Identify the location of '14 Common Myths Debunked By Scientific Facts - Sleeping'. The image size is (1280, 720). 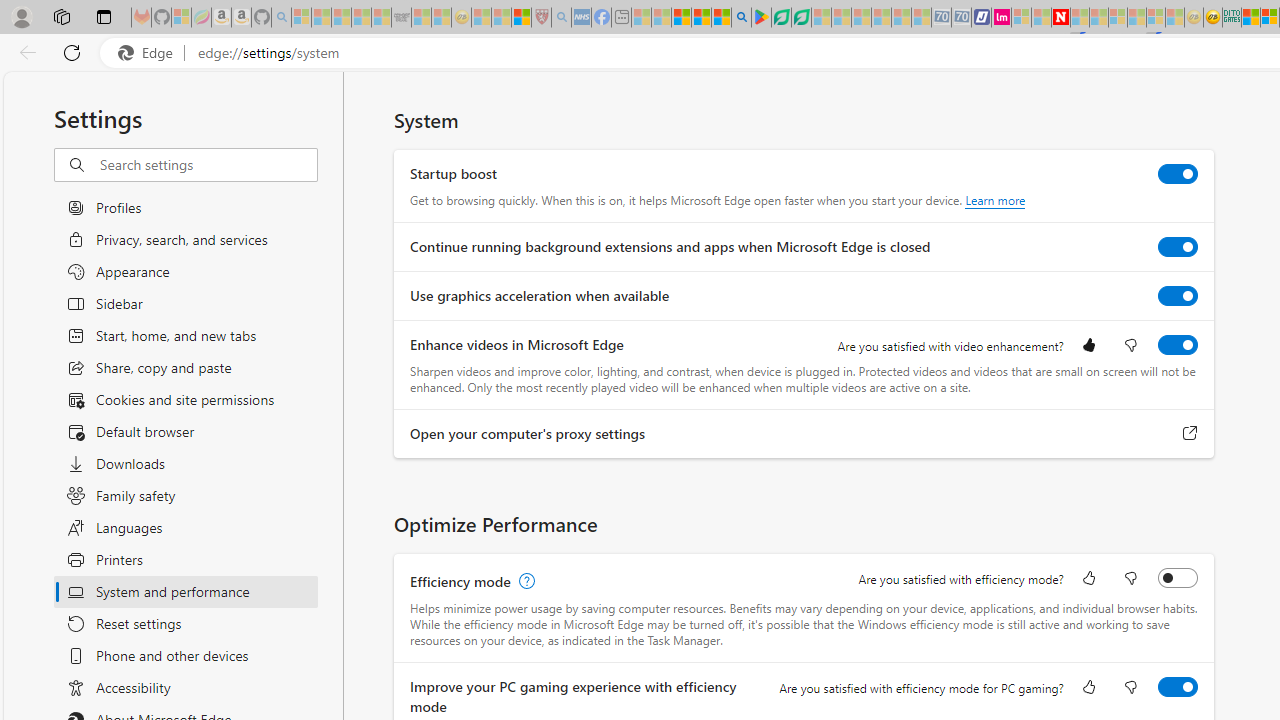
(1098, 17).